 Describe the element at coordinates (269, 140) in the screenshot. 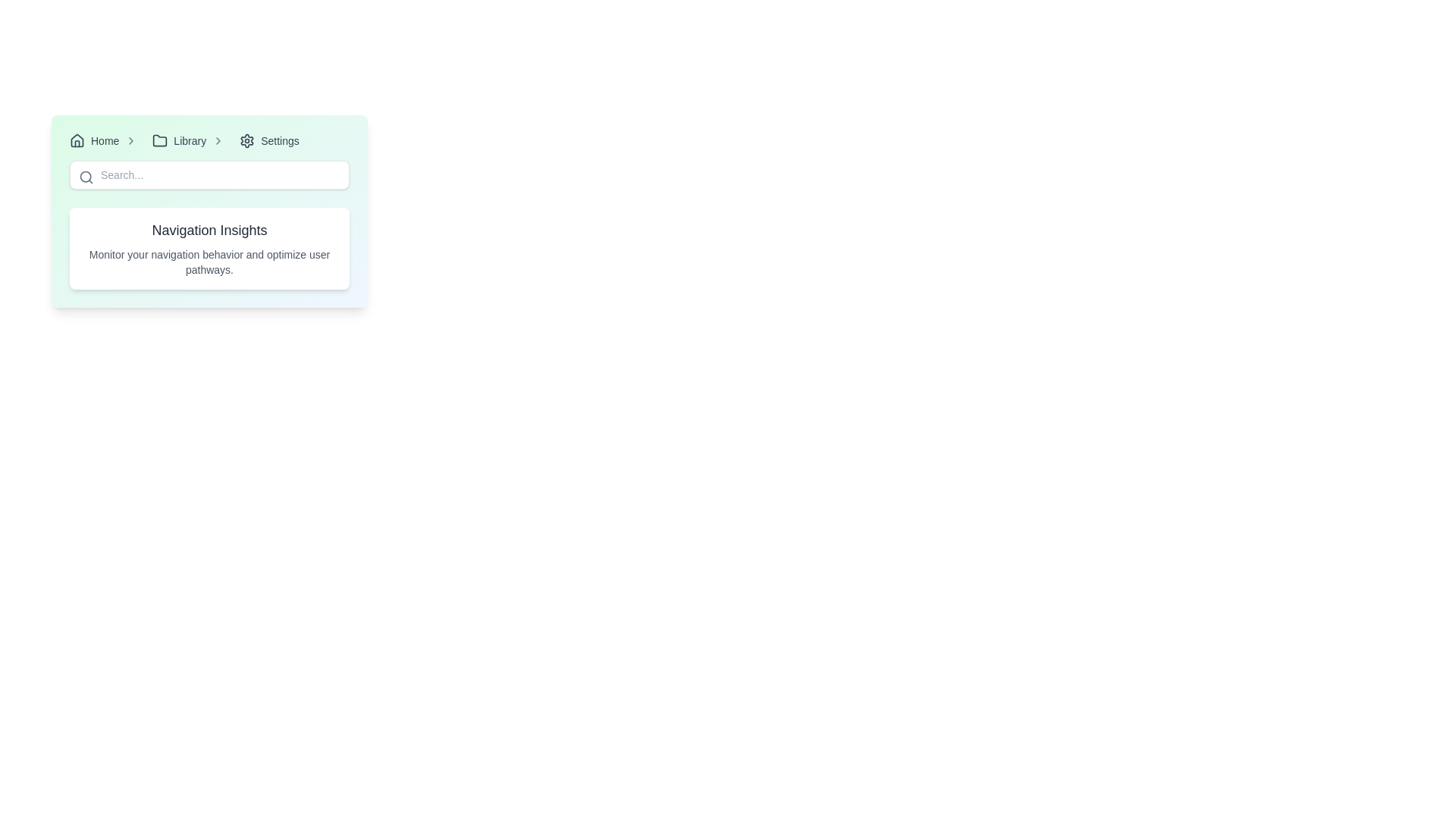

I see `the 'Settings' link with a gear icon in the navigation bar to trigger visual effects` at that location.